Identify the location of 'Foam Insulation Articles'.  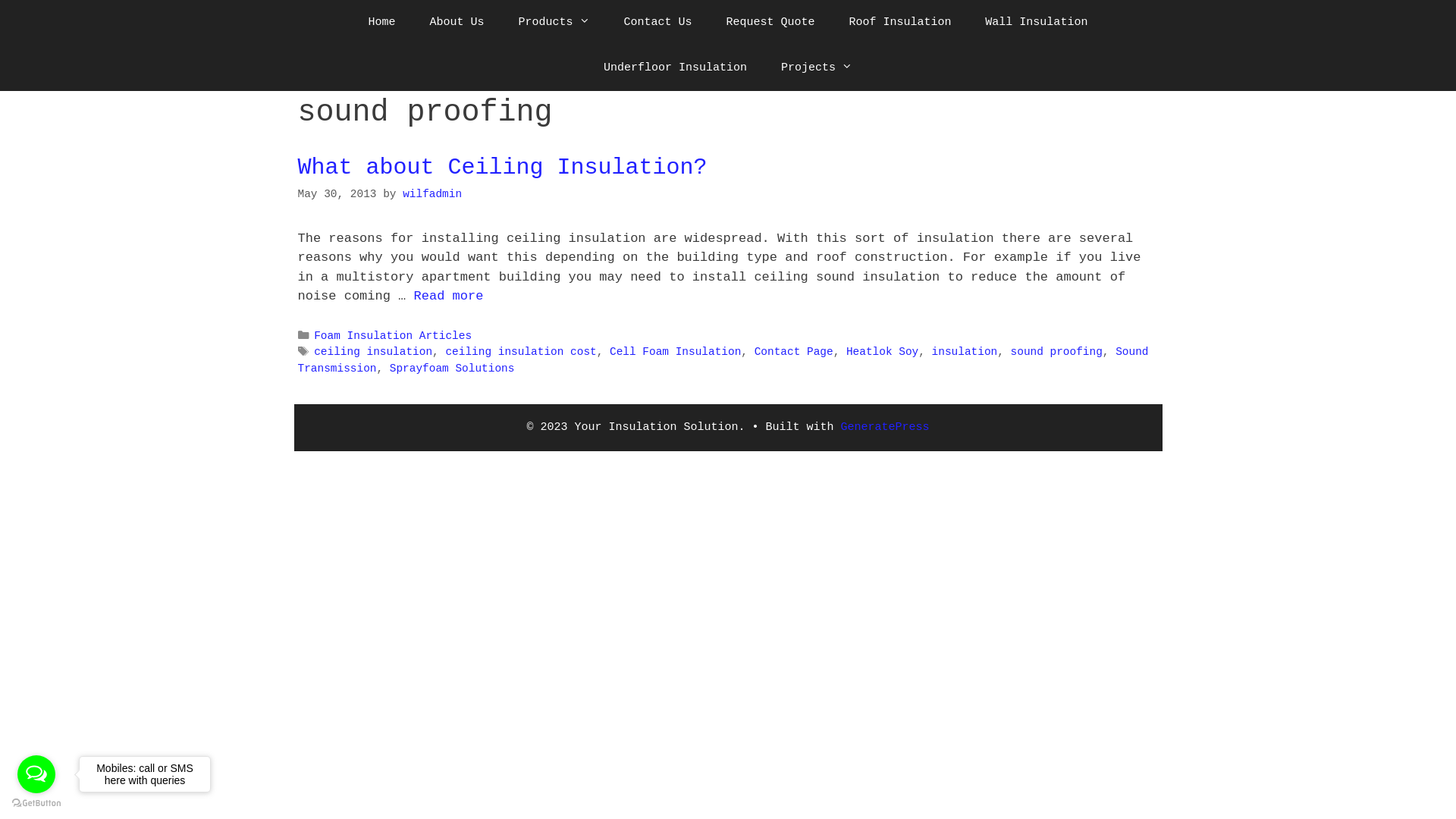
(393, 335).